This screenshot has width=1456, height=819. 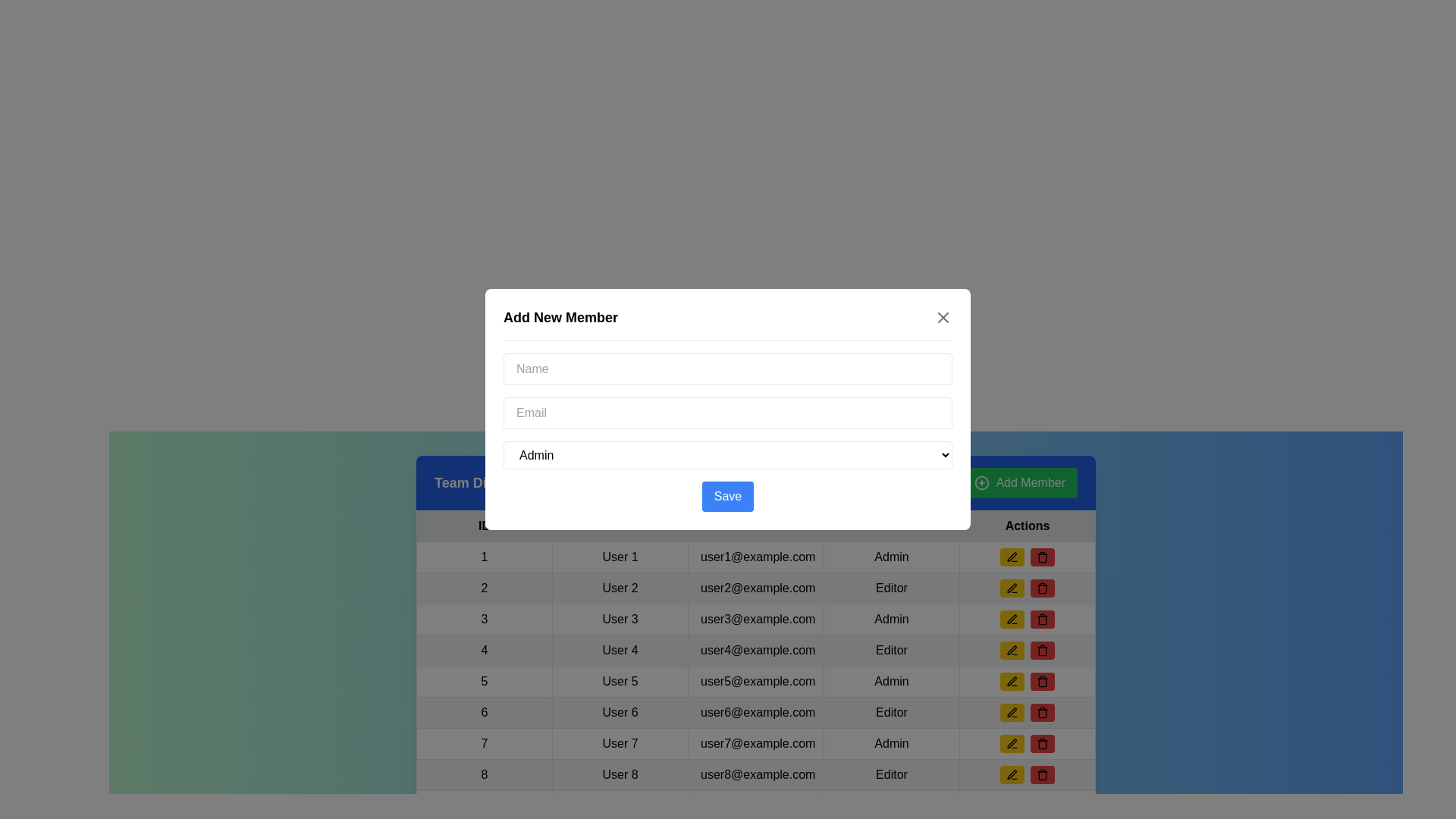 What do you see at coordinates (756, 713) in the screenshot?
I see `the specific cell of the sixth table row displaying data for User 6 to interact with its contents` at bounding box center [756, 713].